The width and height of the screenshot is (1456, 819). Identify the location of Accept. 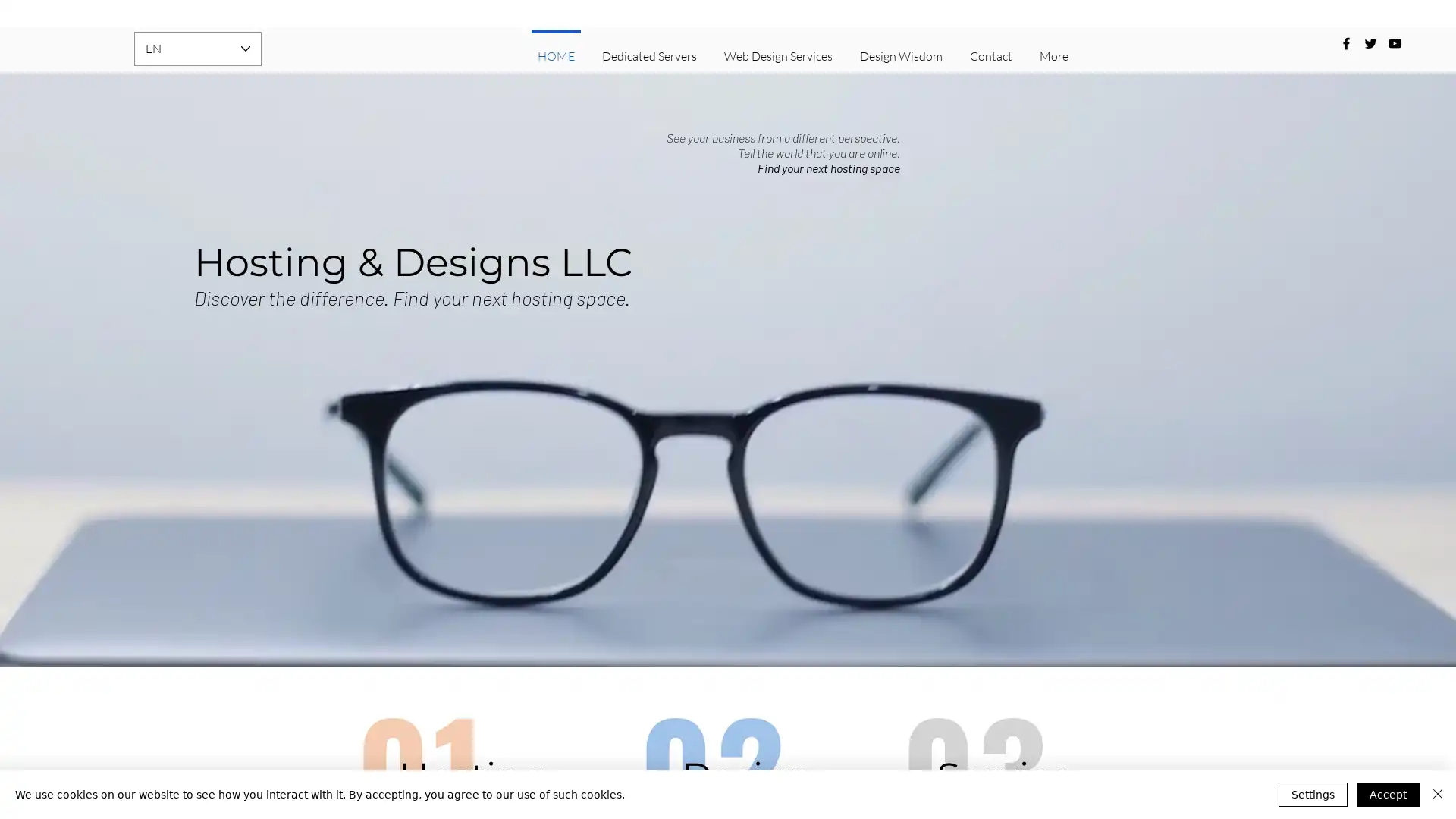
(1388, 794).